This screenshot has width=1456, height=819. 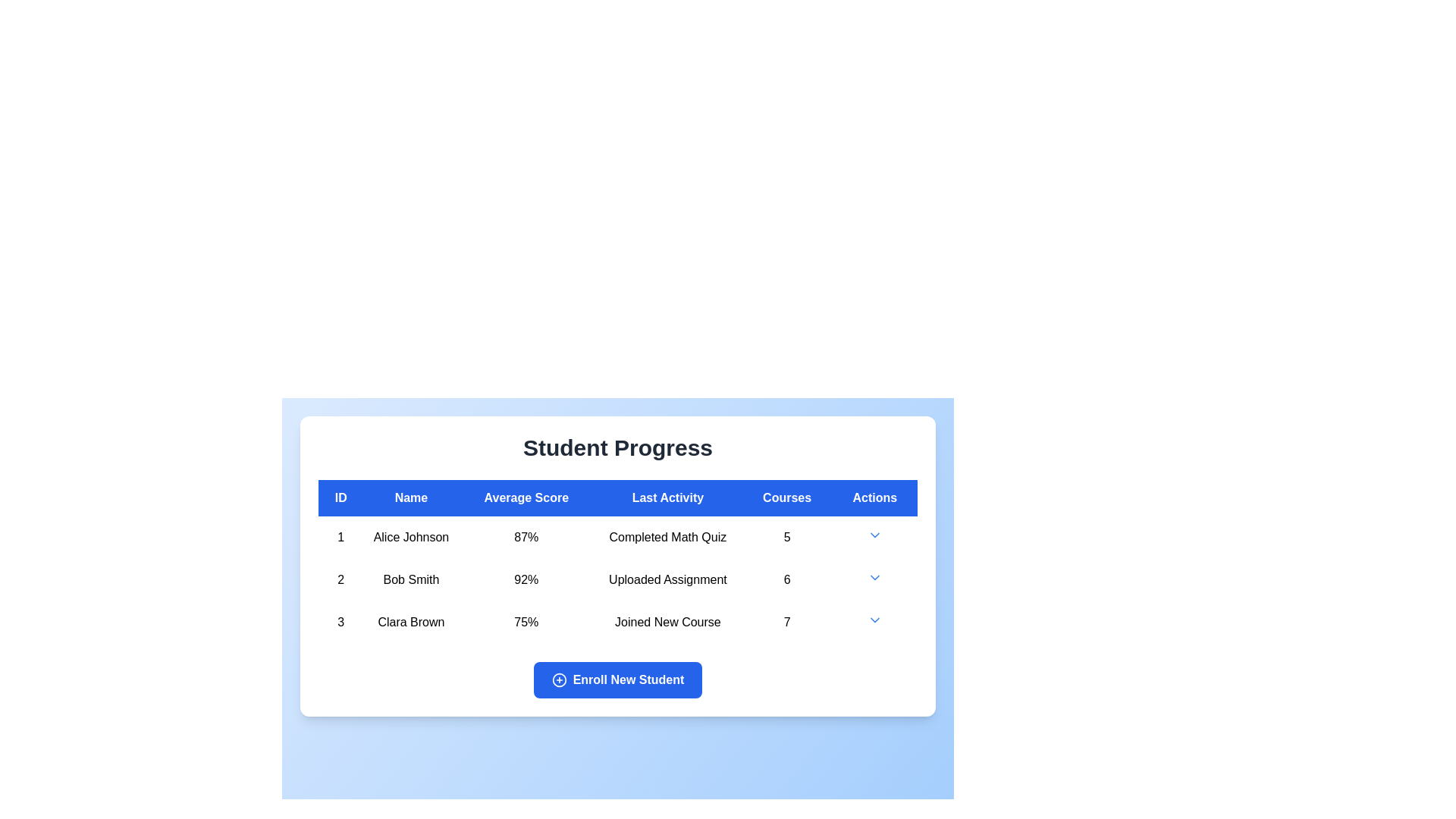 What do you see at coordinates (411, 623) in the screenshot?
I see `the text label displaying 'Clara Brown' in the second column of the third row of the table` at bounding box center [411, 623].